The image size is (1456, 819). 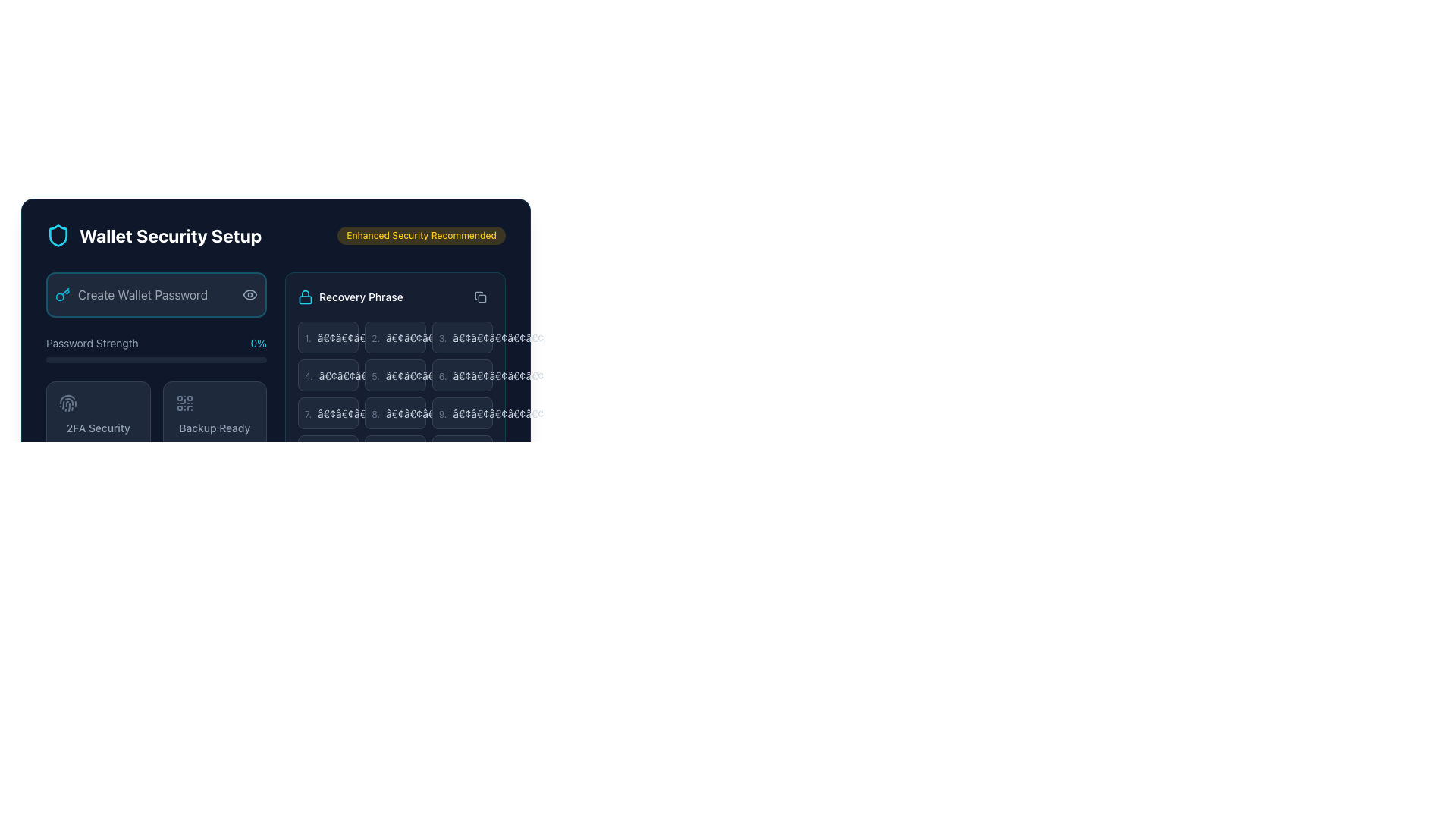 I want to click on text from the '2FA Security' label located in the bottom section of a tile beneath the fingerprint icon, so click(x=97, y=428).